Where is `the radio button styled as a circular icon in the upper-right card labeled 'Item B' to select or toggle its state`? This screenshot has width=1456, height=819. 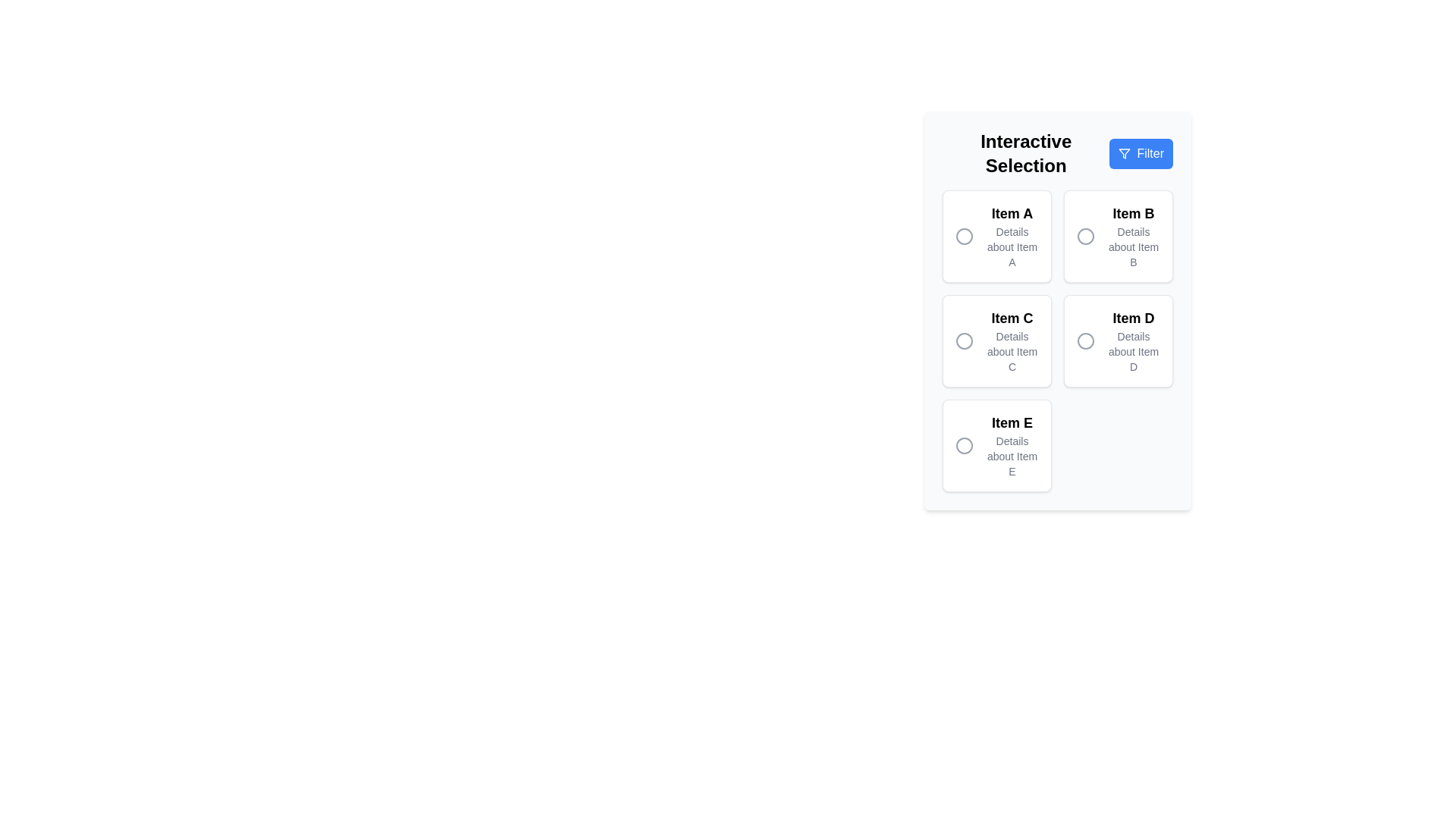
the radio button styled as a circular icon in the upper-right card labeled 'Item B' to select or toggle its state is located at coordinates (1084, 237).